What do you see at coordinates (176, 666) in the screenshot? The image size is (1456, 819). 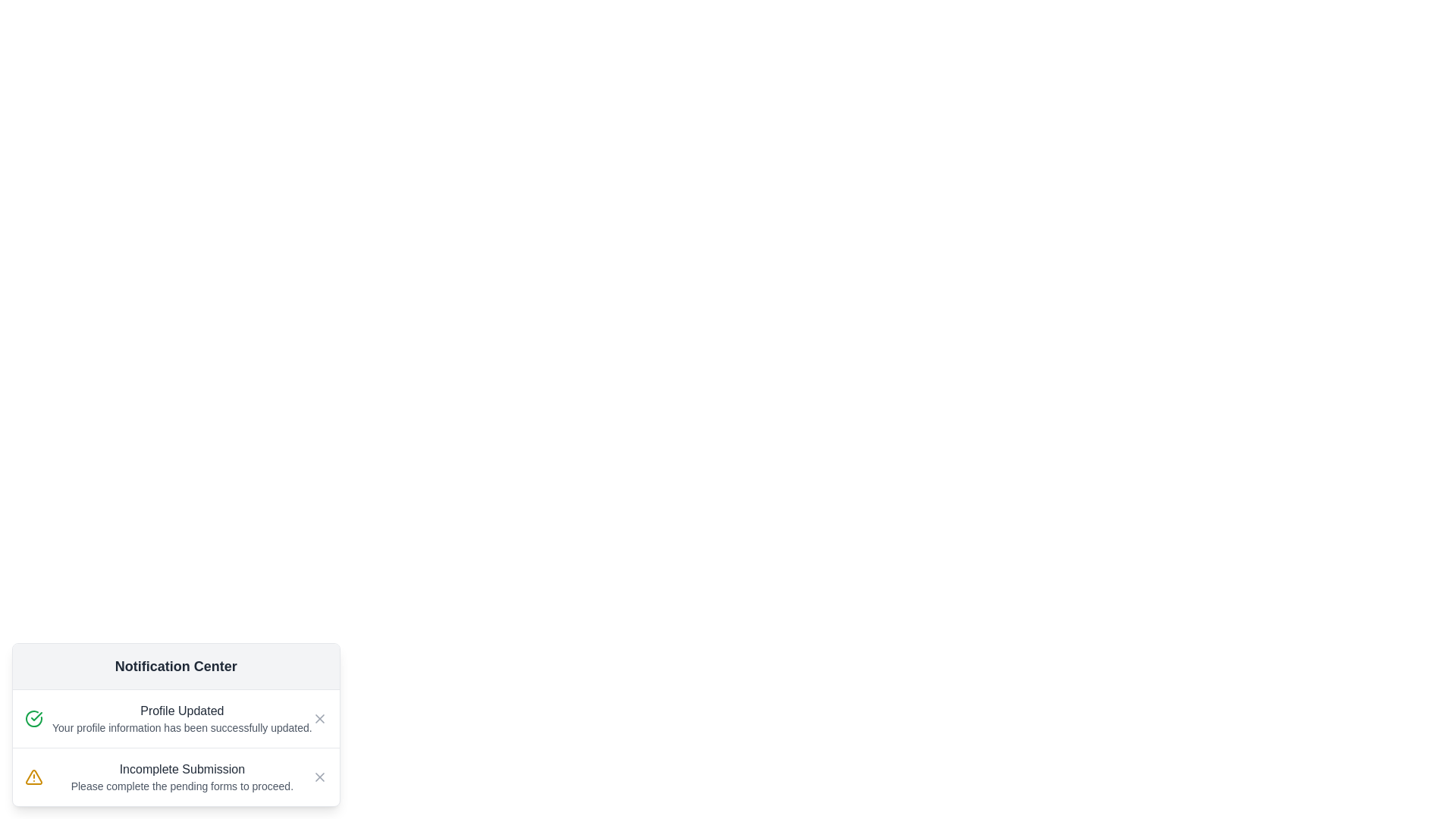 I see `the header labeled 'Notification Center', which is styled with a light gray background and a bottom border, positioned at the top of the notification panel` at bounding box center [176, 666].